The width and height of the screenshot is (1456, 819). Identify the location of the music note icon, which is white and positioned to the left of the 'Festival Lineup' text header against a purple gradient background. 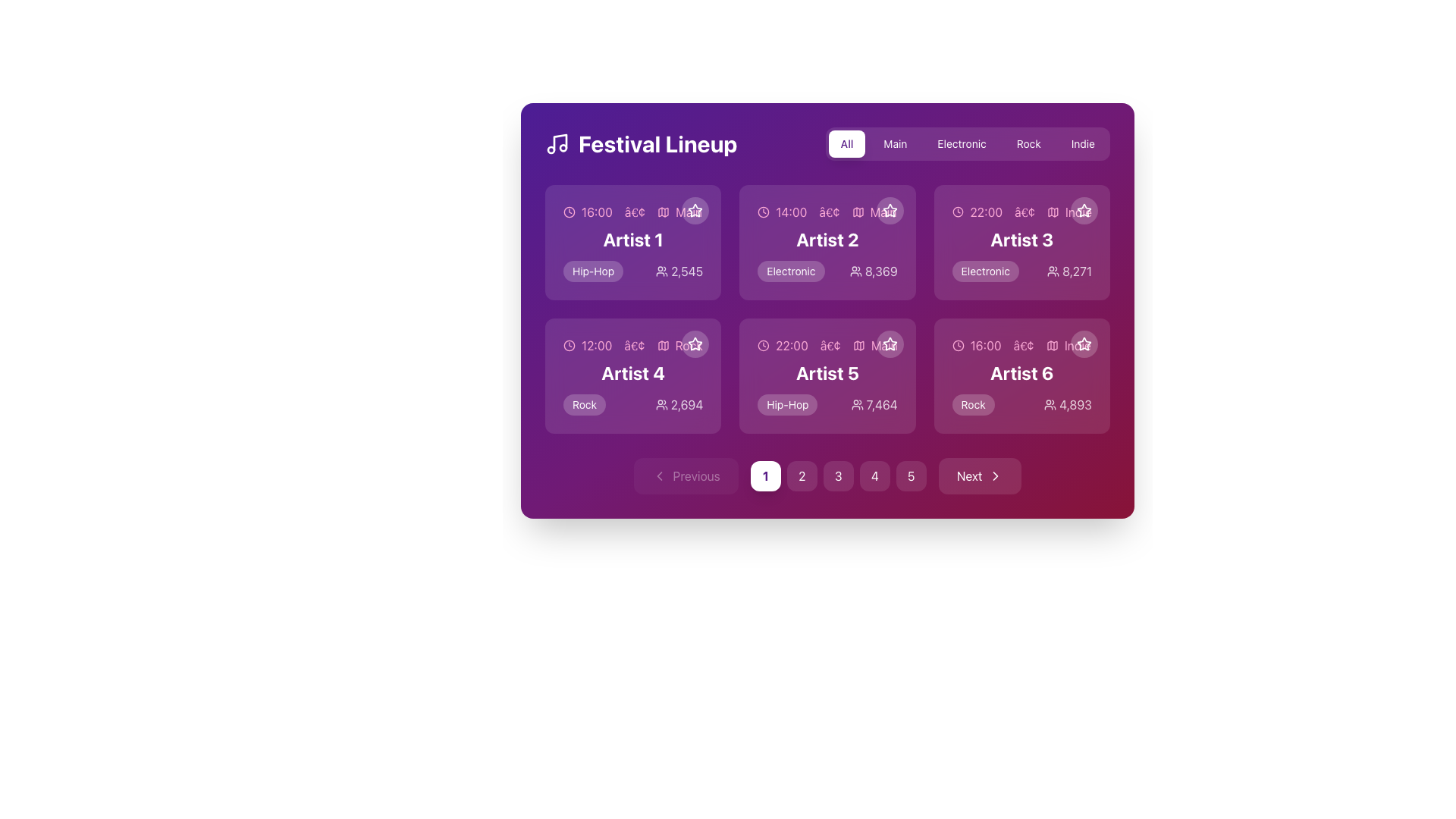
(556, 143).